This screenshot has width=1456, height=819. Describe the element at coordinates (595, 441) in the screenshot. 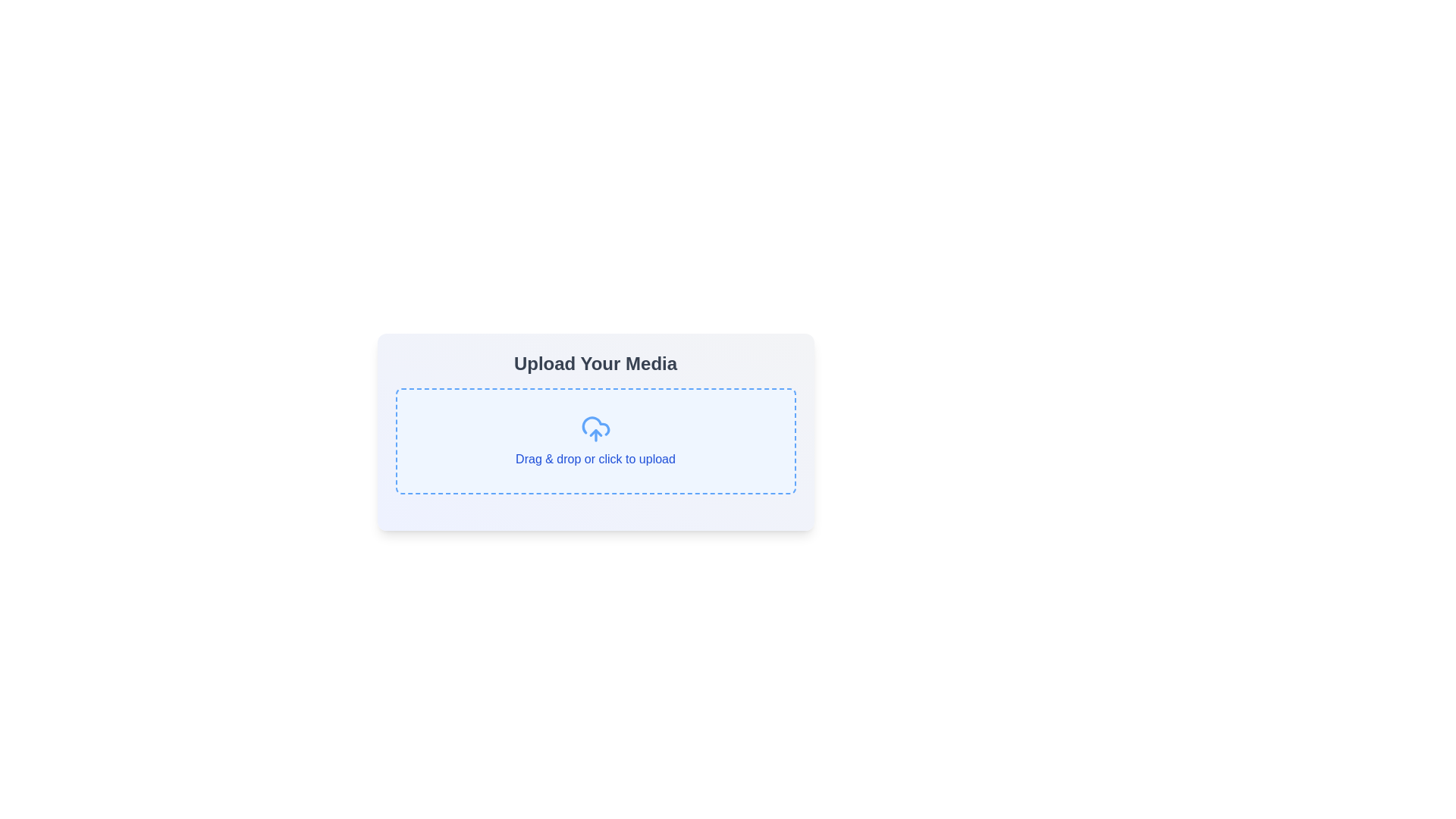

I see `and drop files into the file upload area located centrally within the 'Upload Your Media' box with a gradient background and rounded corners` at that location.